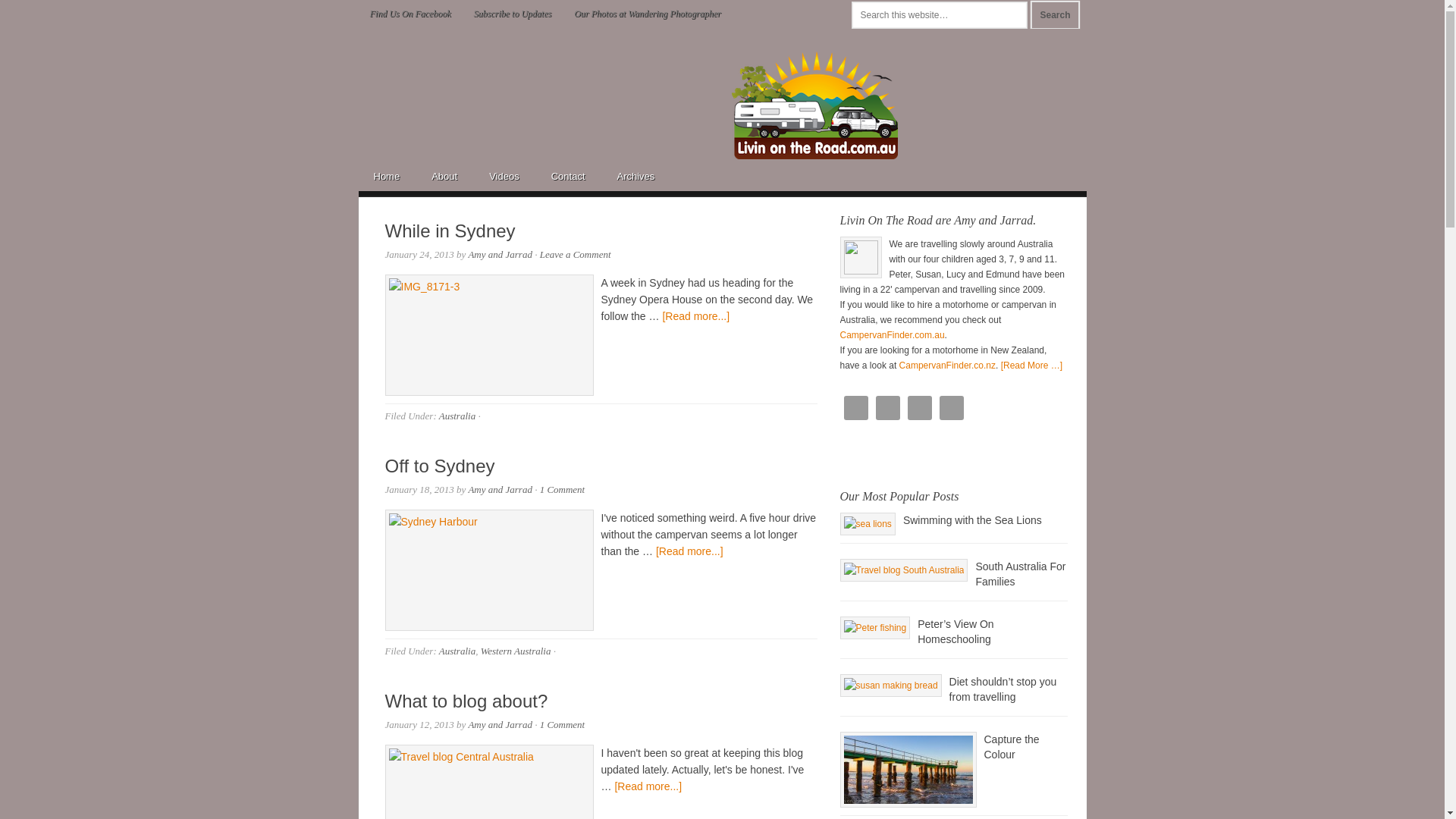  What do you see at coordinates (500, 253) in the screenshot?
I see `'Amy and Jarrad'` at bounding box center [500, 253].